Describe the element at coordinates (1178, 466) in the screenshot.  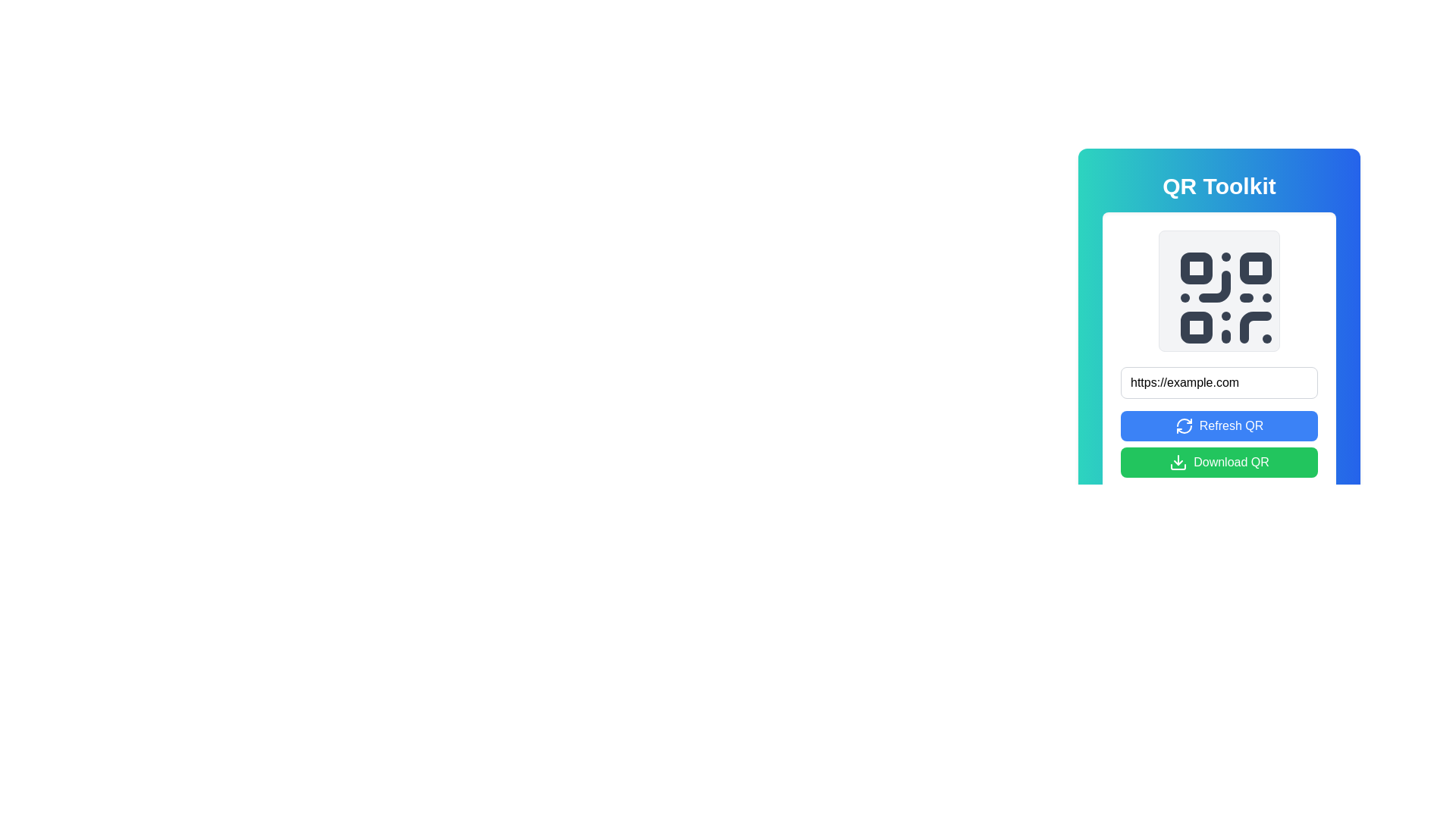
I see `the rectangular download icon located slightly above the 'Download QR' button label text` at that location.